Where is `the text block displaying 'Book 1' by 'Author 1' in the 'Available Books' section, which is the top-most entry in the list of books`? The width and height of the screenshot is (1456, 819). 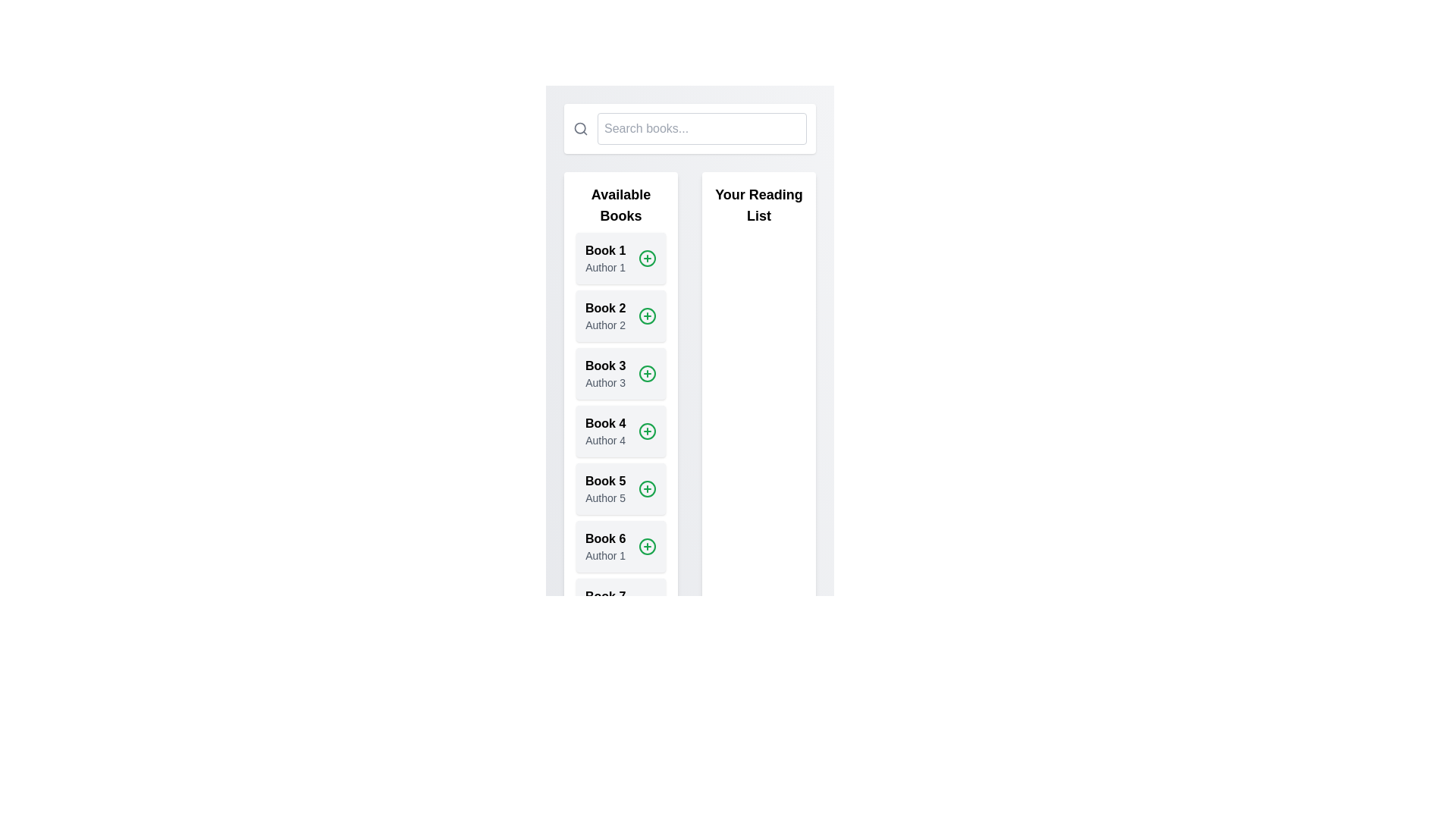
the text block displaying 'Book 1' by 'Author 1' in the 'Available Books' section, which is the top-most entry in the list of books is located at coordinates (604, 257).